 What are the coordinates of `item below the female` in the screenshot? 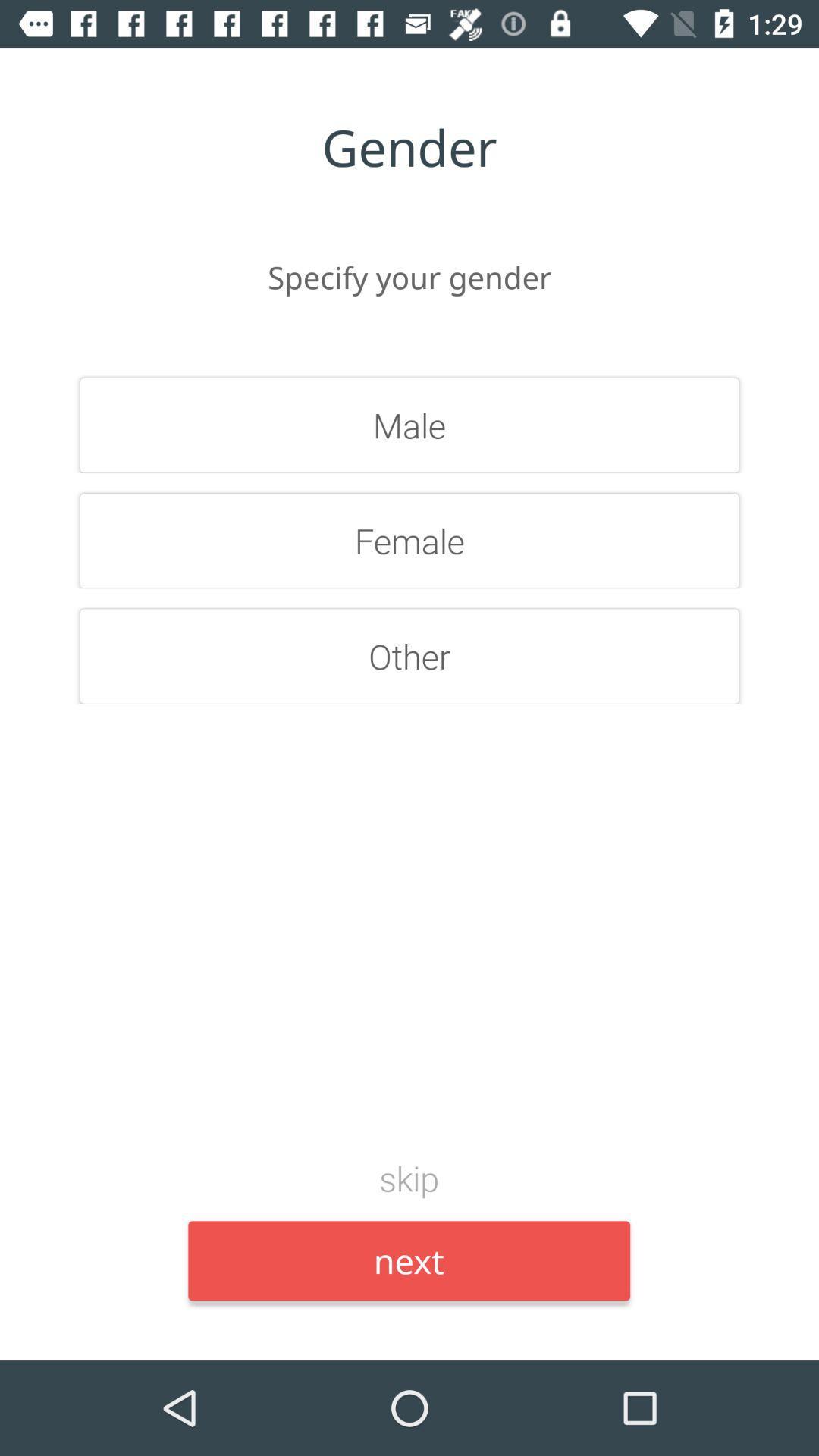 It's located at (409, 656).